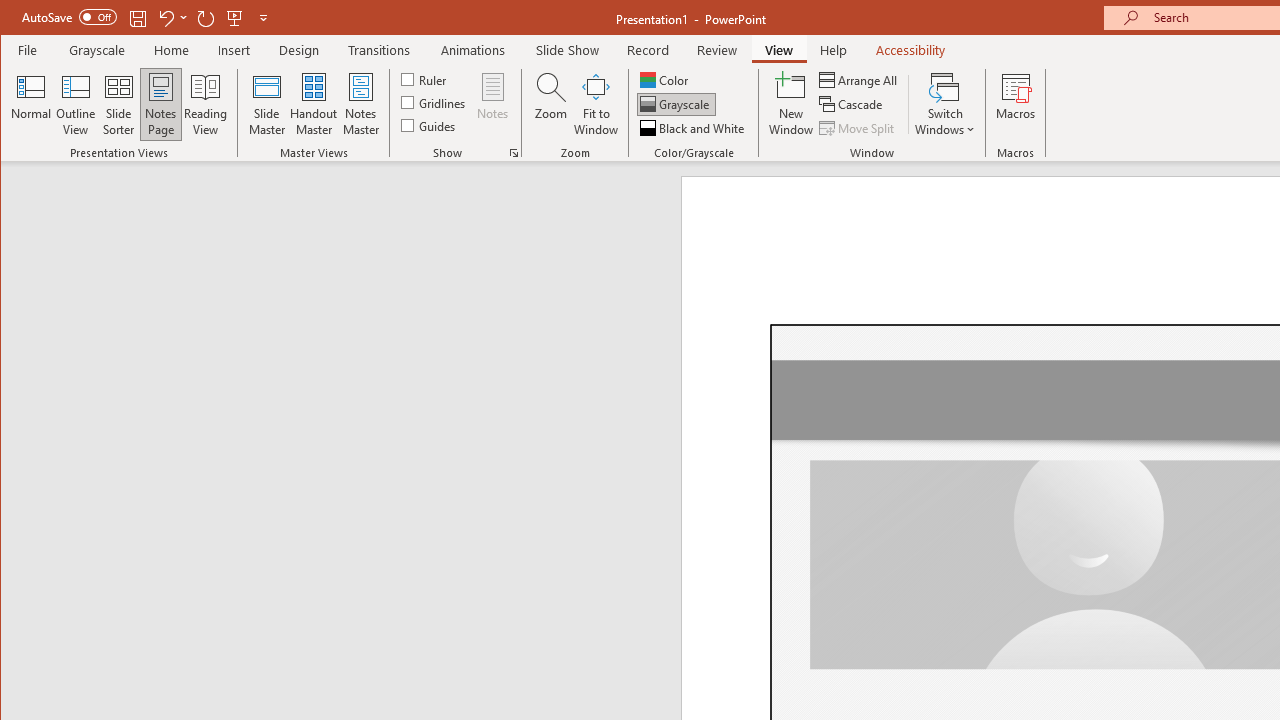 The height and width of the screenshot is (720, 1280). What do you see at coordinates (313, 104) in the screenshot?
I see `'Handout Master'` at bounding box center [313, 104].